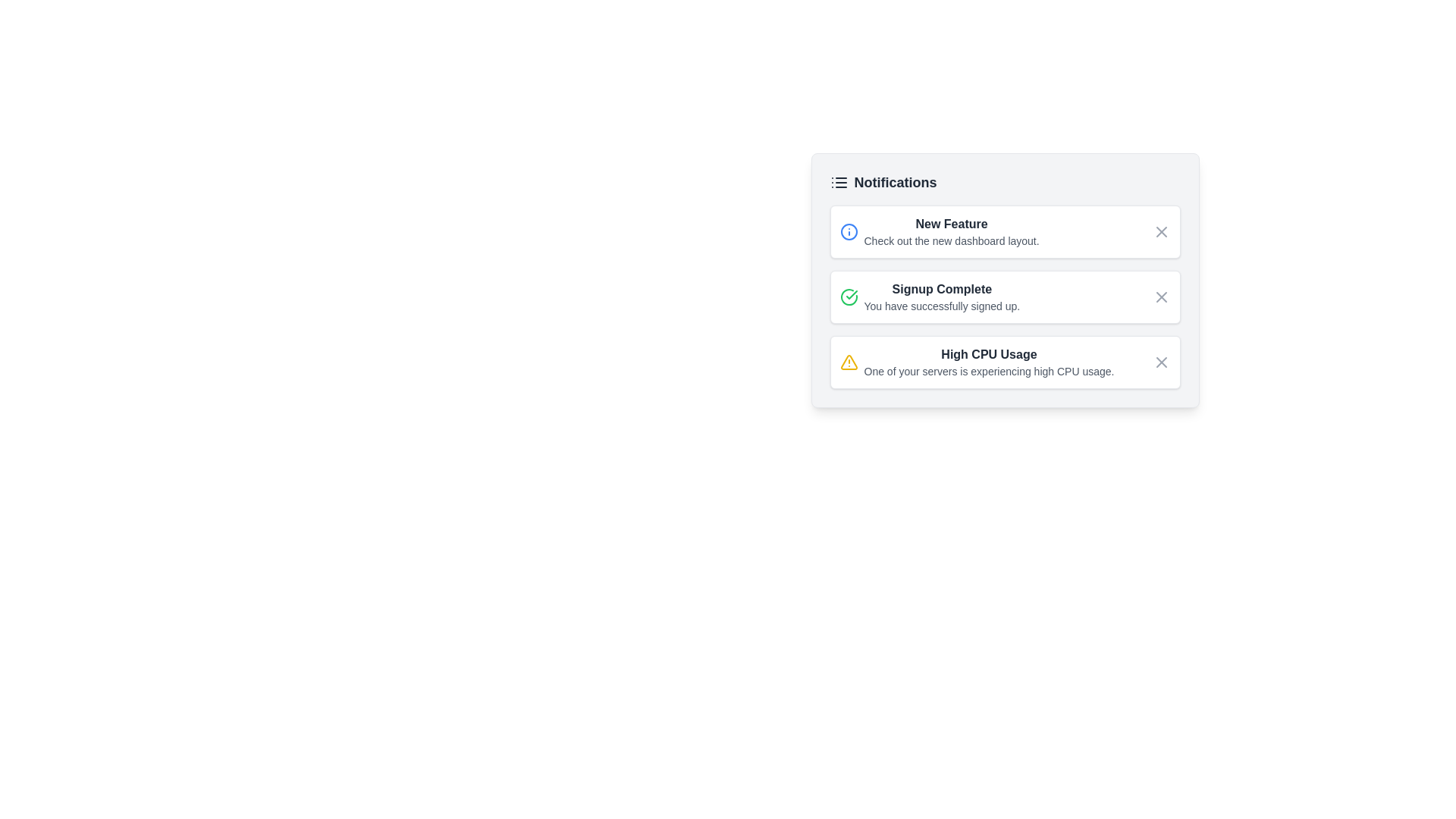  Describe the element at coordinates (1160, 231) in the screenshot. I see `the close icon located in the top-right corner of the 'New Feature' notification card to provide additional visual feedback` at that location.